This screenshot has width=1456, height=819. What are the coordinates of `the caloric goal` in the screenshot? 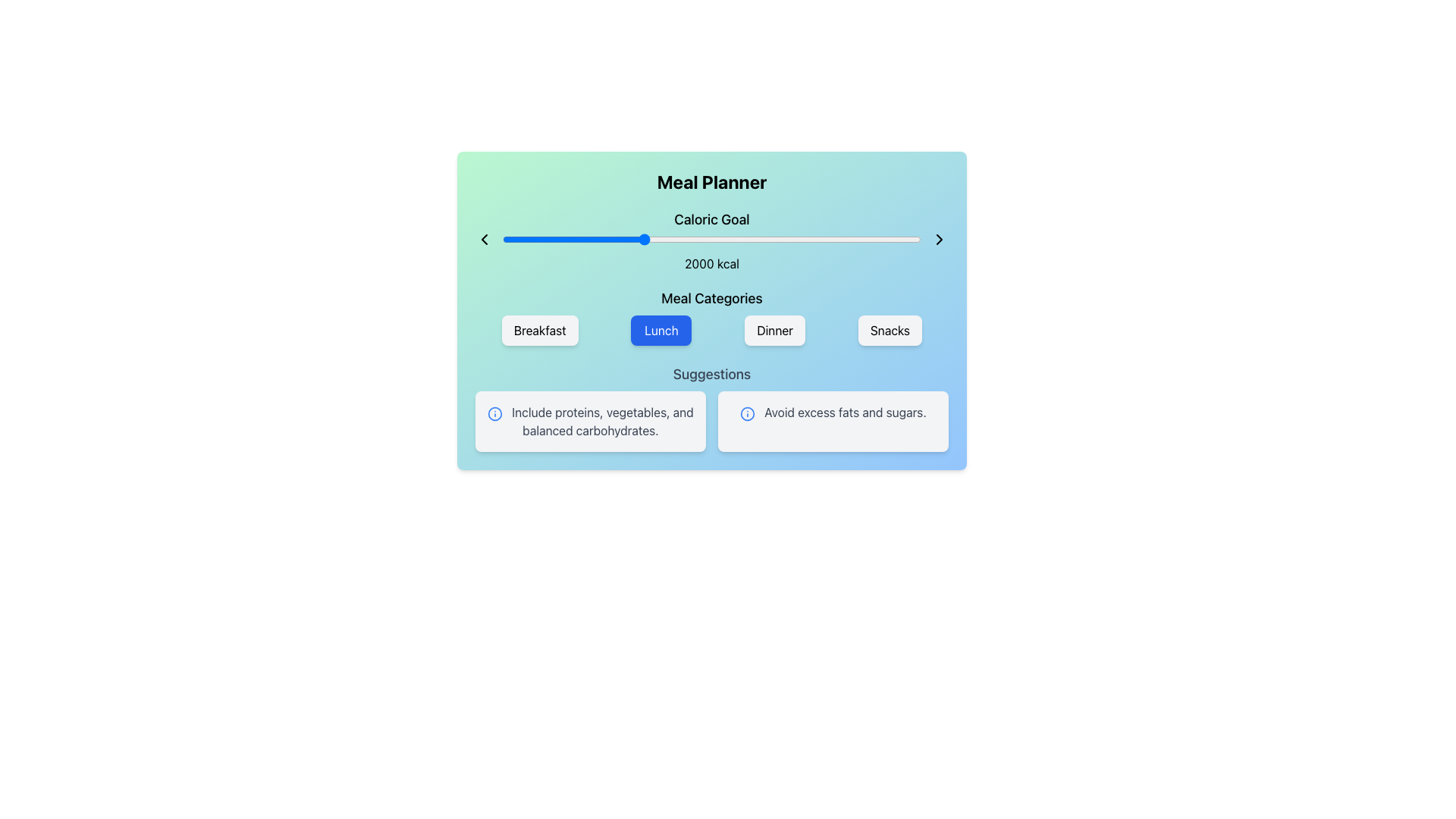 It's located at (799, 239).